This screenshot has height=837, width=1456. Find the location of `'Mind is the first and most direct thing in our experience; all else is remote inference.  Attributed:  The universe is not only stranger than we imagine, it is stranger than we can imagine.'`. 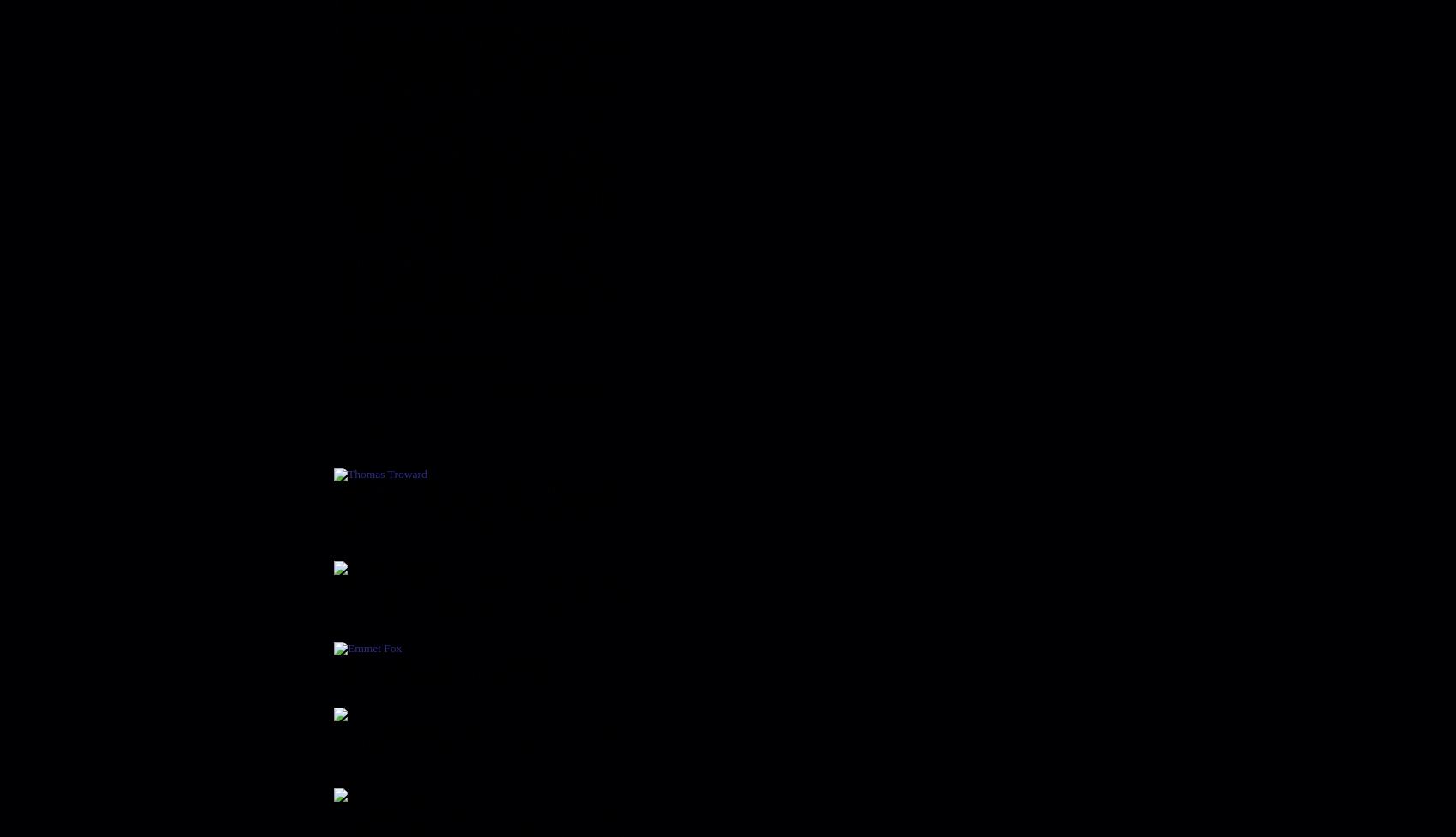

'Mind is the first and most direct thing in our experience; all else is remote inference.  Attributed:  The universe is not only stranger than we imagine, it is stranger than we can imagine.' is located at coordinates (482, 595).